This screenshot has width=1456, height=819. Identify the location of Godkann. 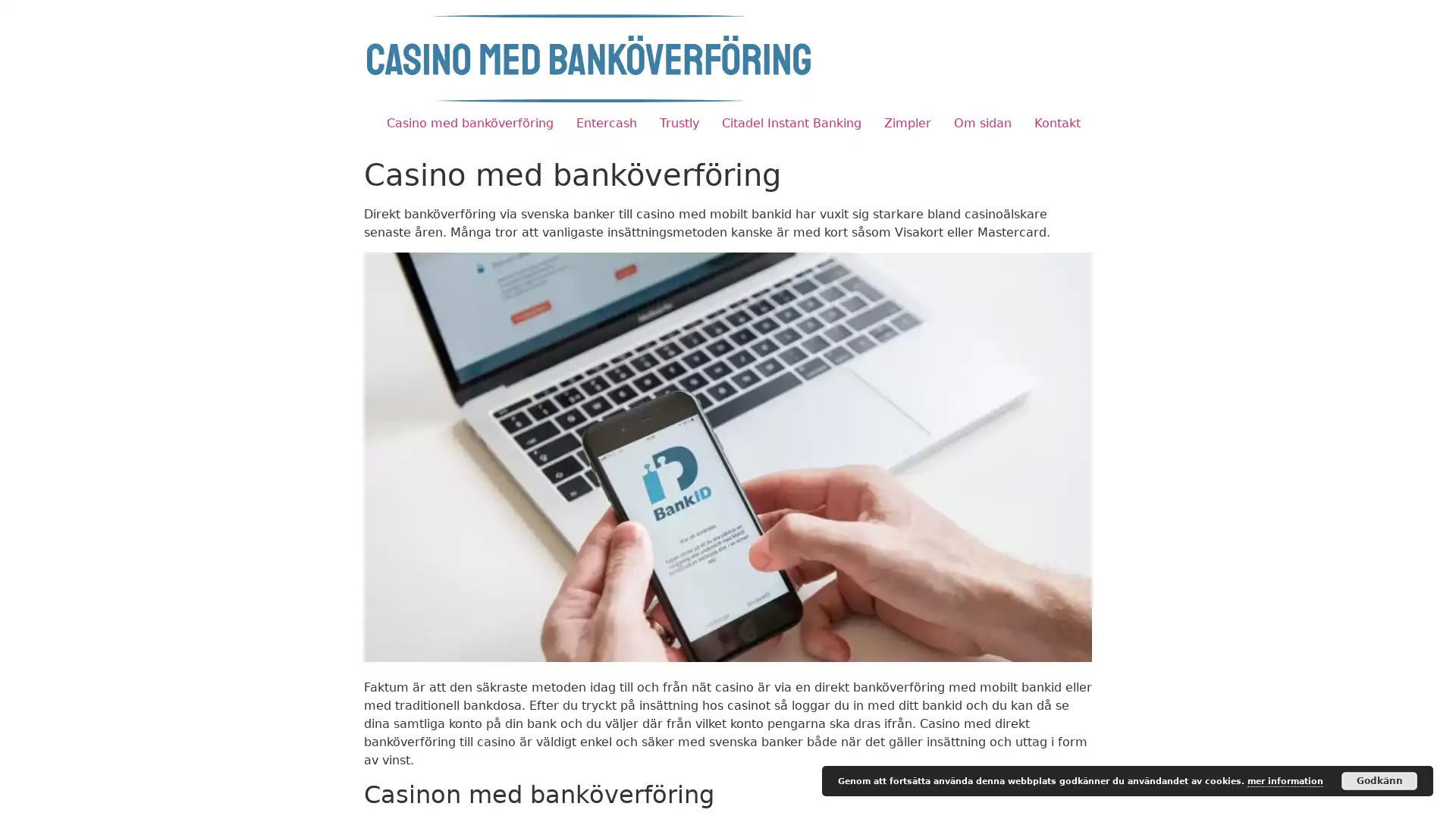
(1379, 780).